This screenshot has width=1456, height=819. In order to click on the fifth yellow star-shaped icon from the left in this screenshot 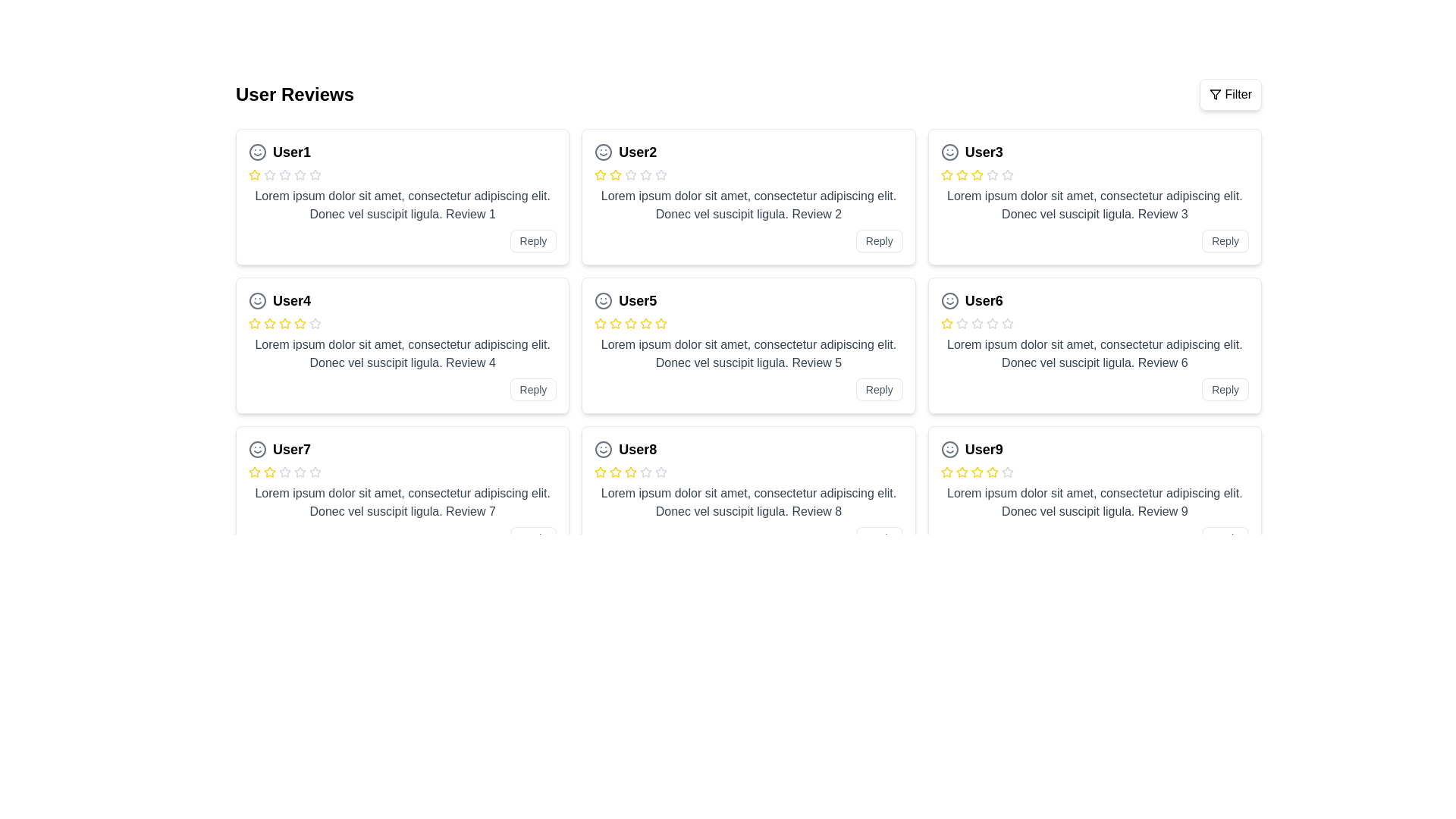, I will do `click(284, 323)`.